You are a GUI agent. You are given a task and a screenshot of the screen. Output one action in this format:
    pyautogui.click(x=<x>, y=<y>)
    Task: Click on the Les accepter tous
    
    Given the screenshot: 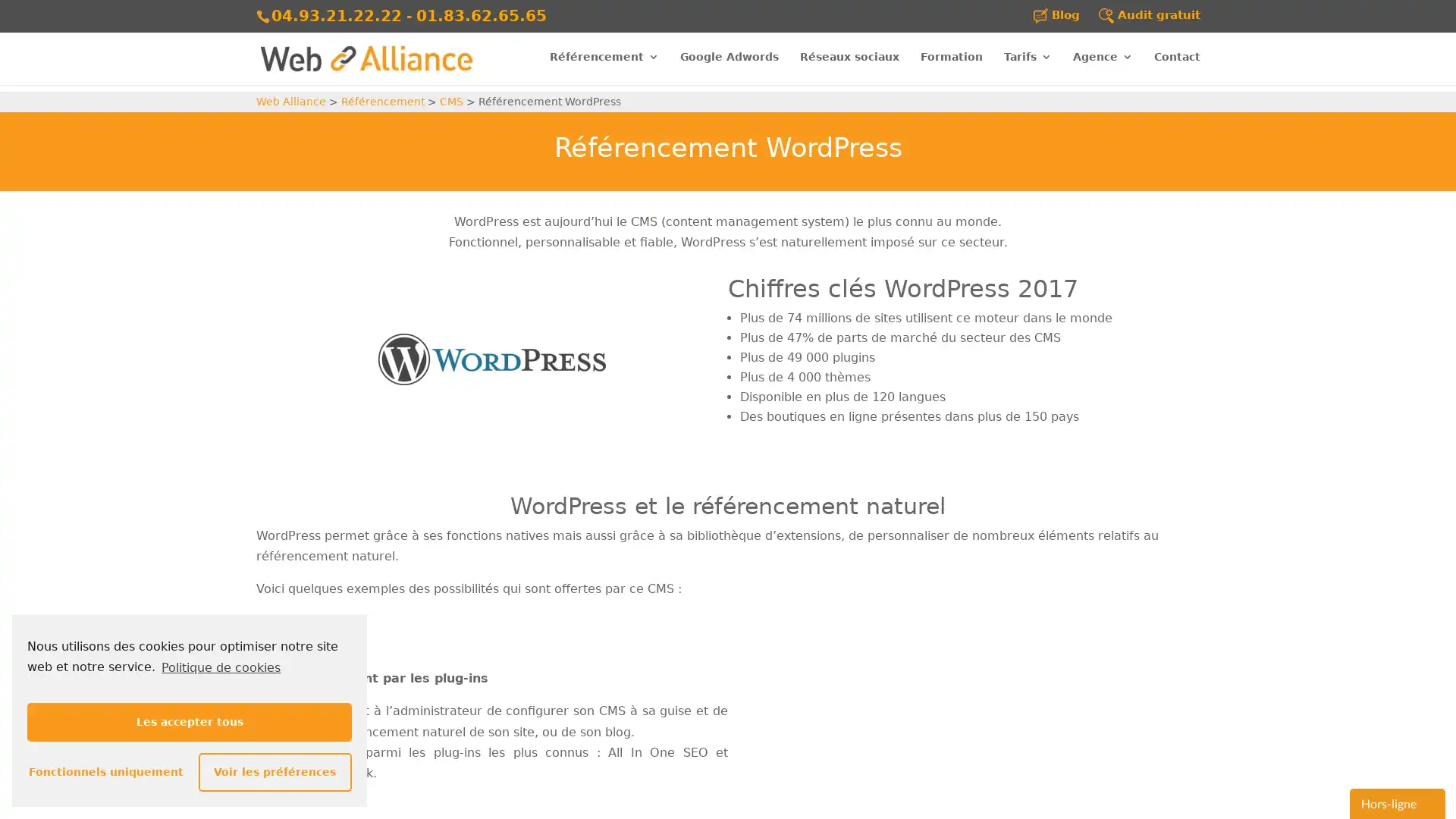 What is the action you would take?
    pyautogui.click(x=188, y=720)
    